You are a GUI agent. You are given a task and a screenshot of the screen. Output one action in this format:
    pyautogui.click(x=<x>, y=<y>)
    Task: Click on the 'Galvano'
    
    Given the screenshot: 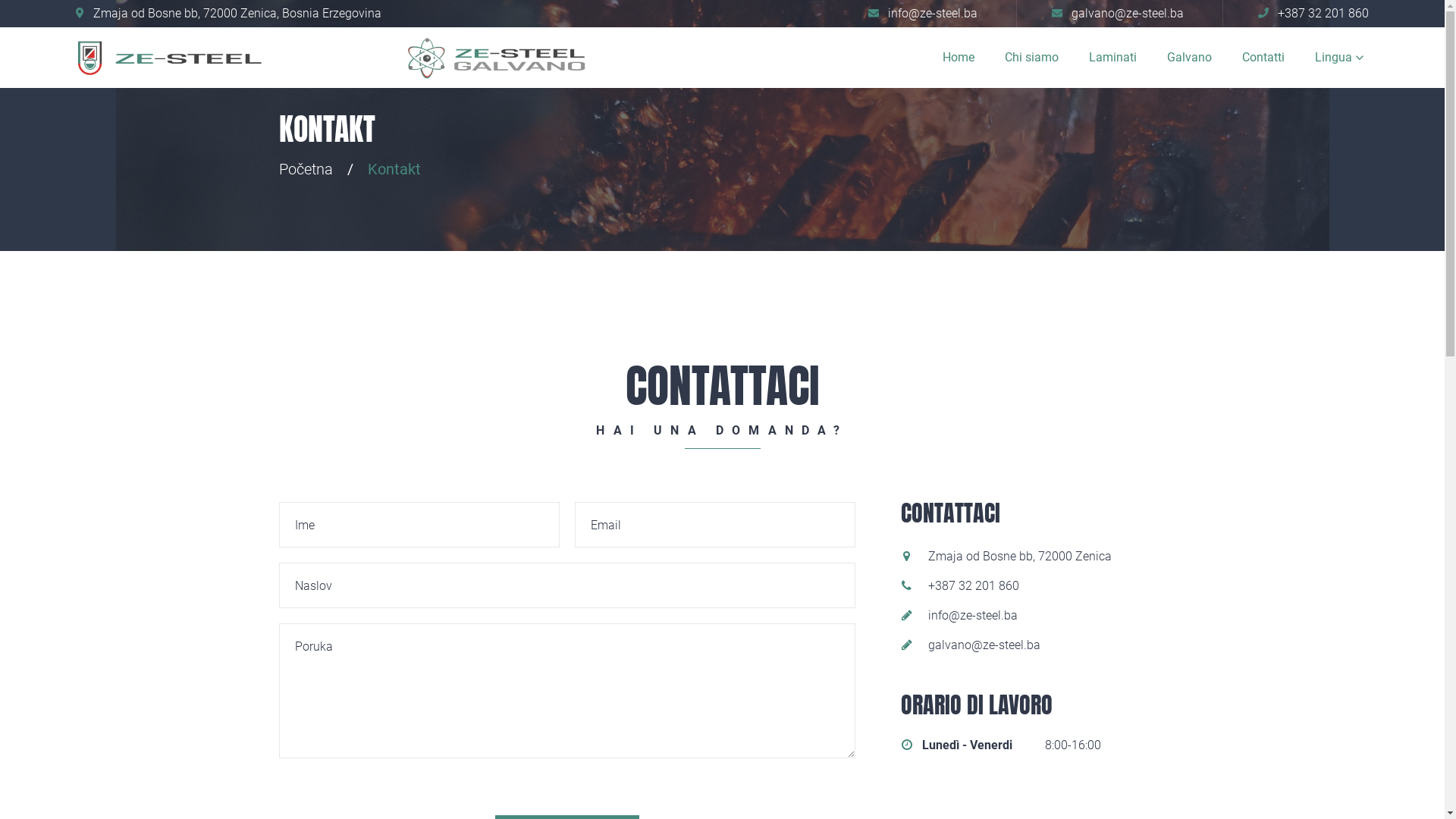 What is the action you would take?
    pyautogui.click(x=1188, y=57)
    